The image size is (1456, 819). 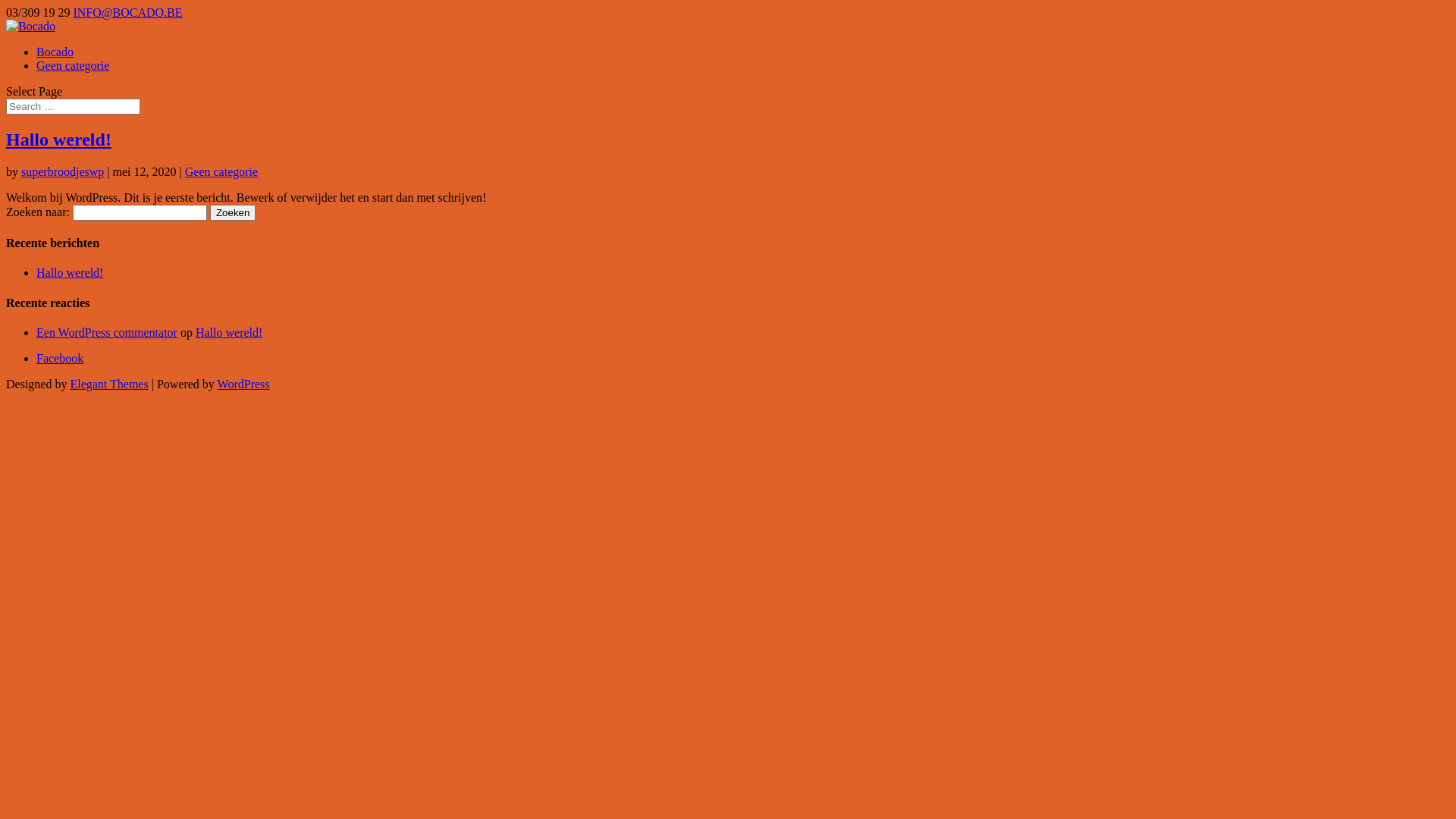 What do you see at coordinates (68, 383) in the screenshot?
I see `'Elegant Themes'` at bounding box center [68, 383].